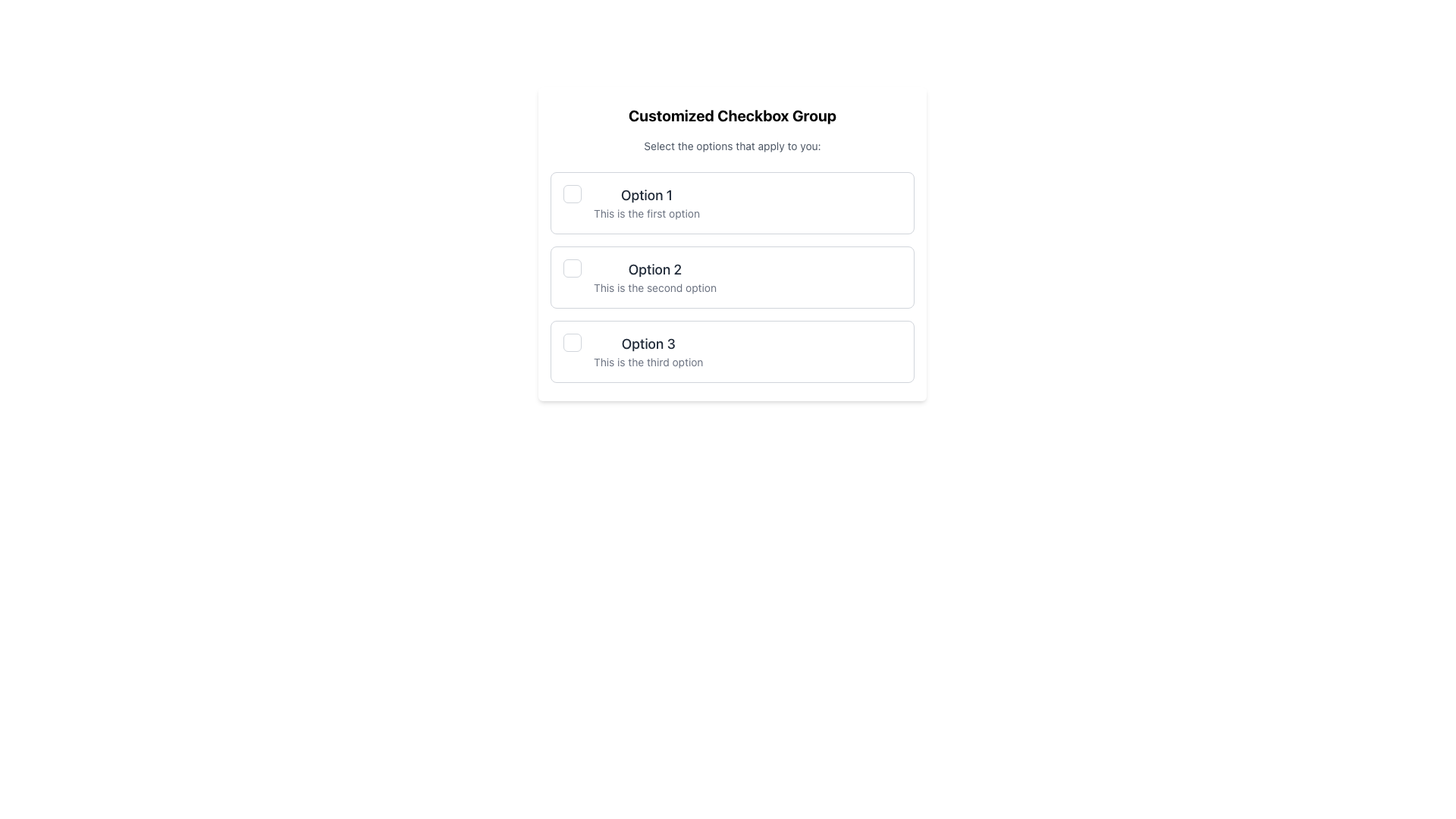 The image size is (1456, 819). What do you see at coordinates (647, 202) in the screenshot?
I see `text content of the Text block displaying 'Option 1' in bold and the description 'This is the first option' below it, located within the first item of a vertically-aligned list` at bounding box center [647, 202].